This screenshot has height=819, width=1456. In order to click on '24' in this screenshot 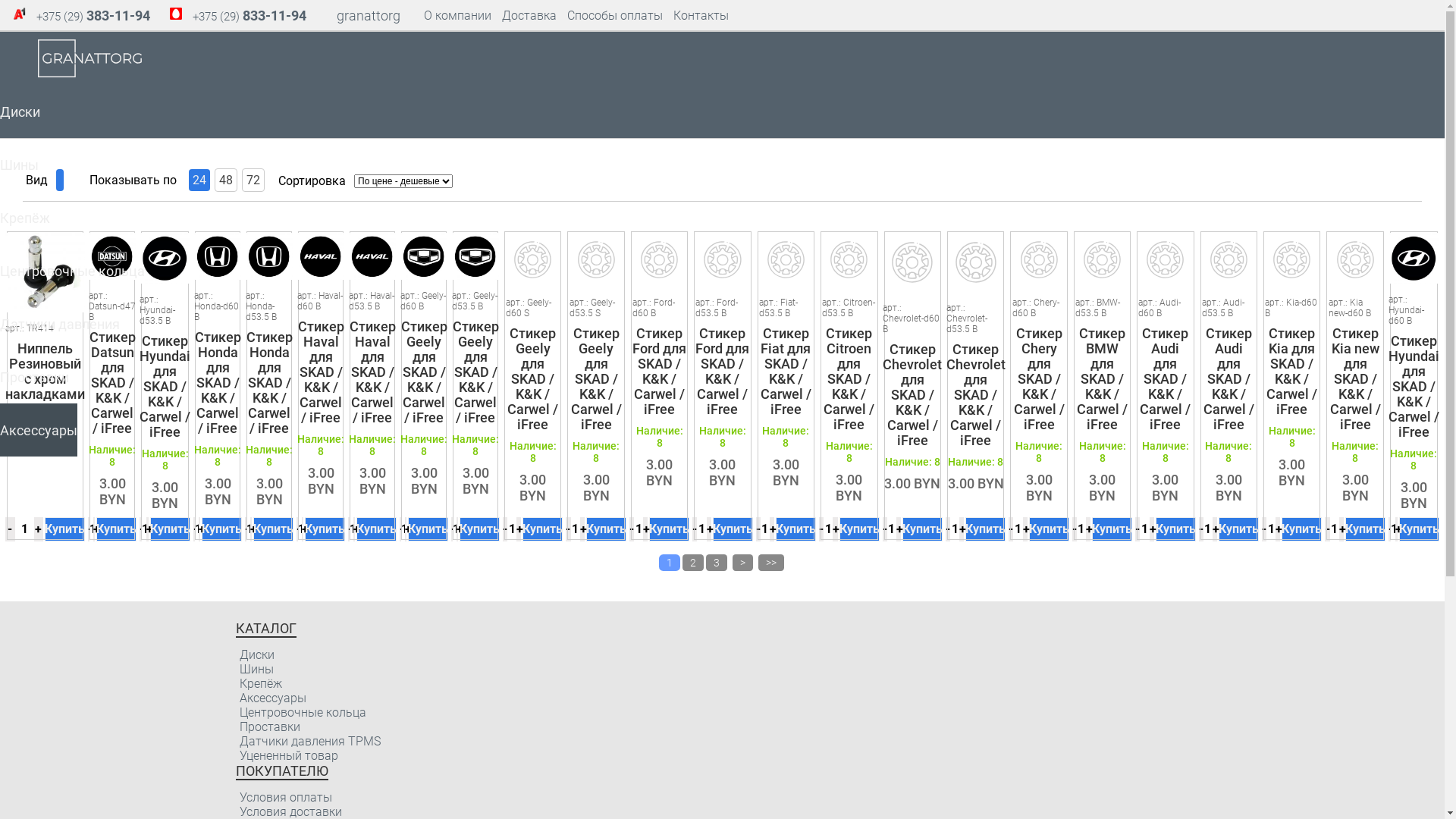, I will do `click(199, 179)`.